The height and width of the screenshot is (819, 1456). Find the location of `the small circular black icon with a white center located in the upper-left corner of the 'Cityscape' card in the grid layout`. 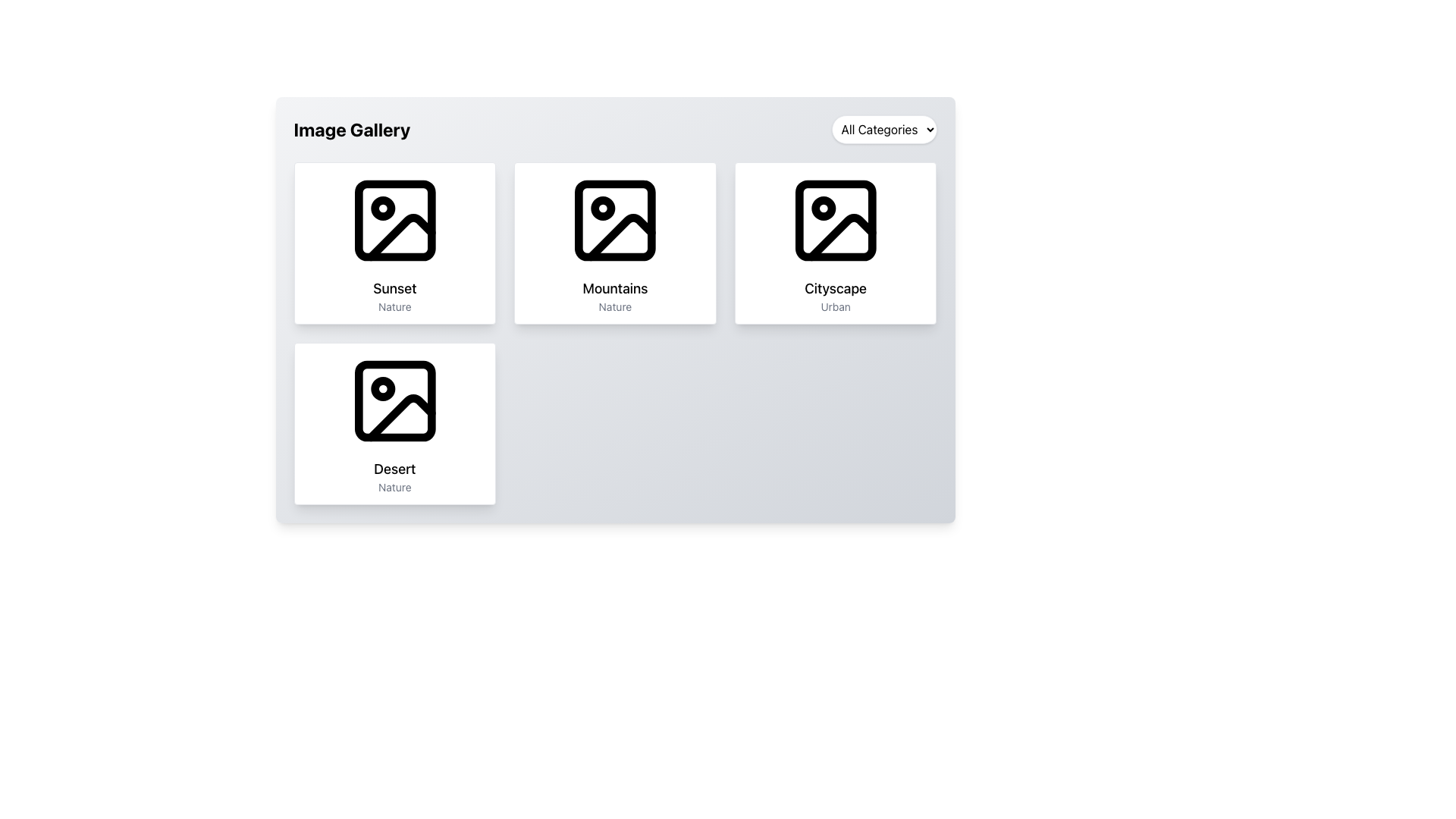

the small circular black icon with a white center located in the upper-left corner of the 'Cityscape' card in the grid layout is located at coordinates (823, 208).